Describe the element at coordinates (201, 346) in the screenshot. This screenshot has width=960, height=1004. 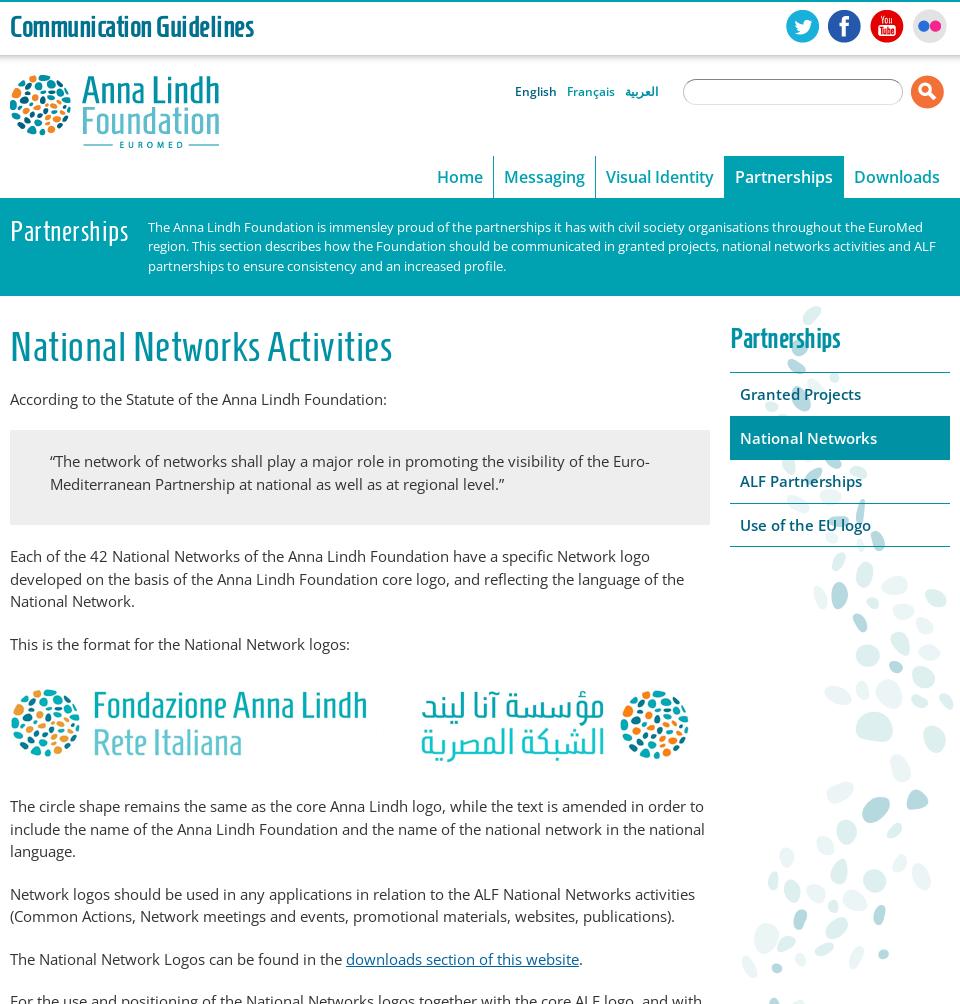
I see `'National Networks Activities'` at that location.